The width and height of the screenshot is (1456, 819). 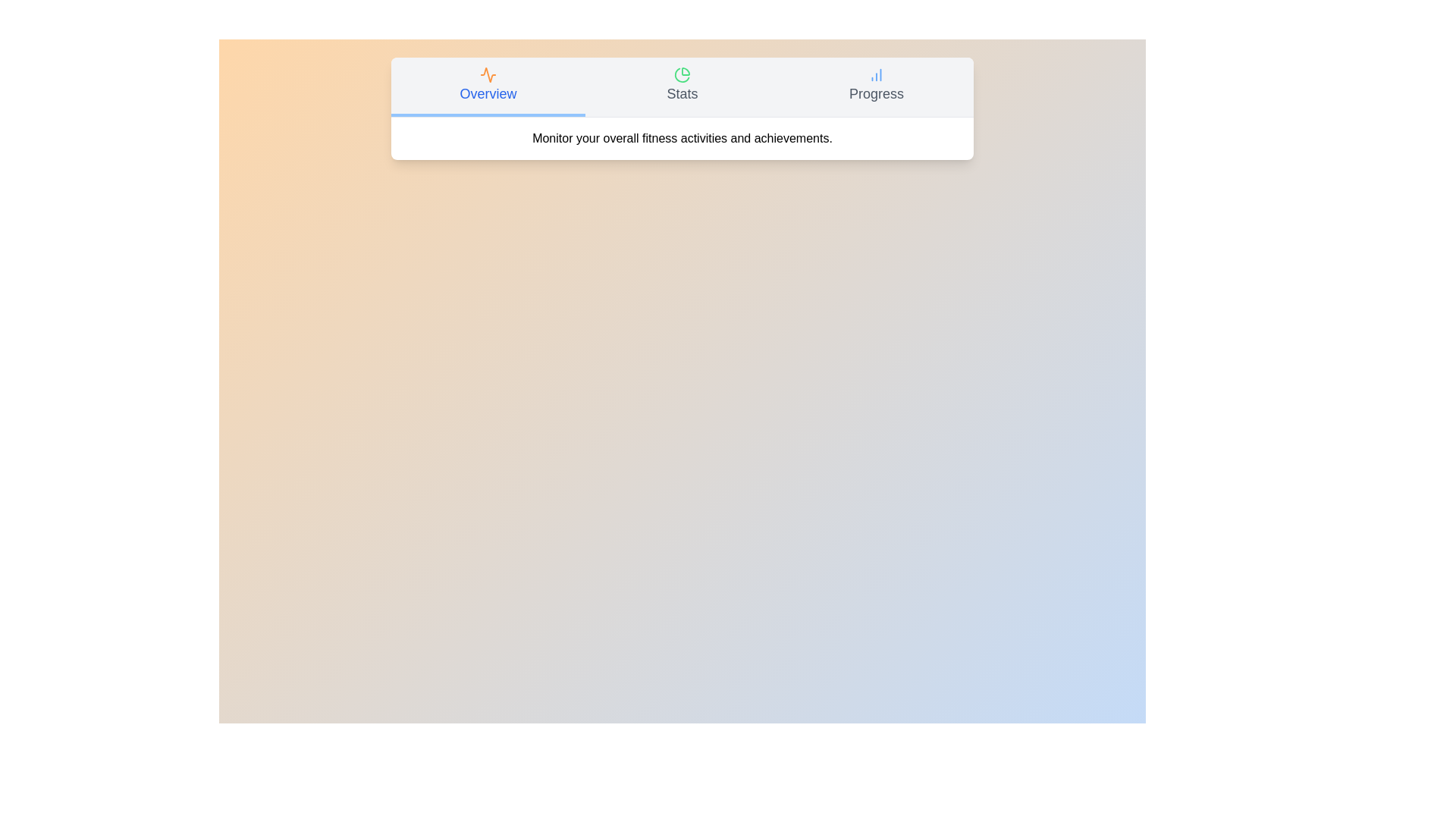 What do you see at coordinates (488, 87) in the screenshot?
I see `the tab labeled Overview to preview its hover style` at bounding box center [488, 87].